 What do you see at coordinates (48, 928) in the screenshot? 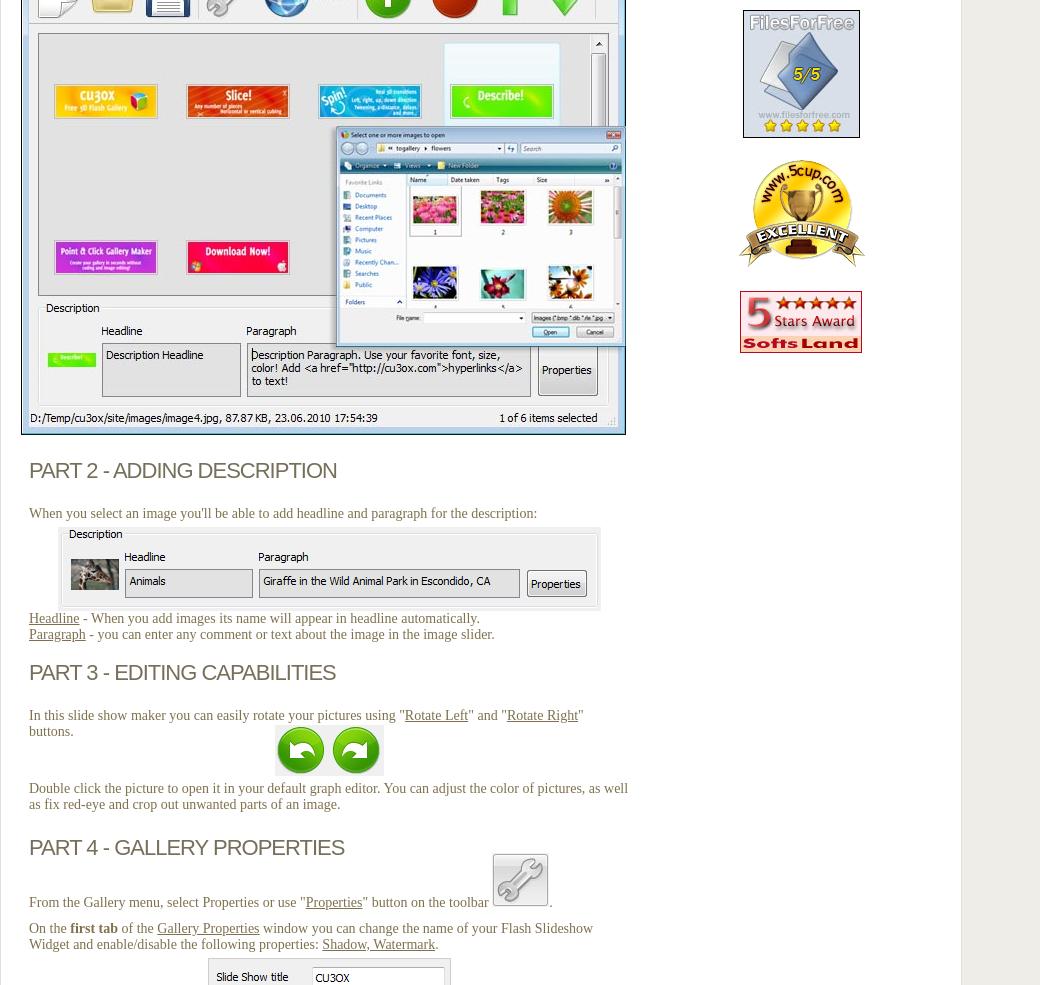
I see `'On the'` at bounding box center [48, 928].